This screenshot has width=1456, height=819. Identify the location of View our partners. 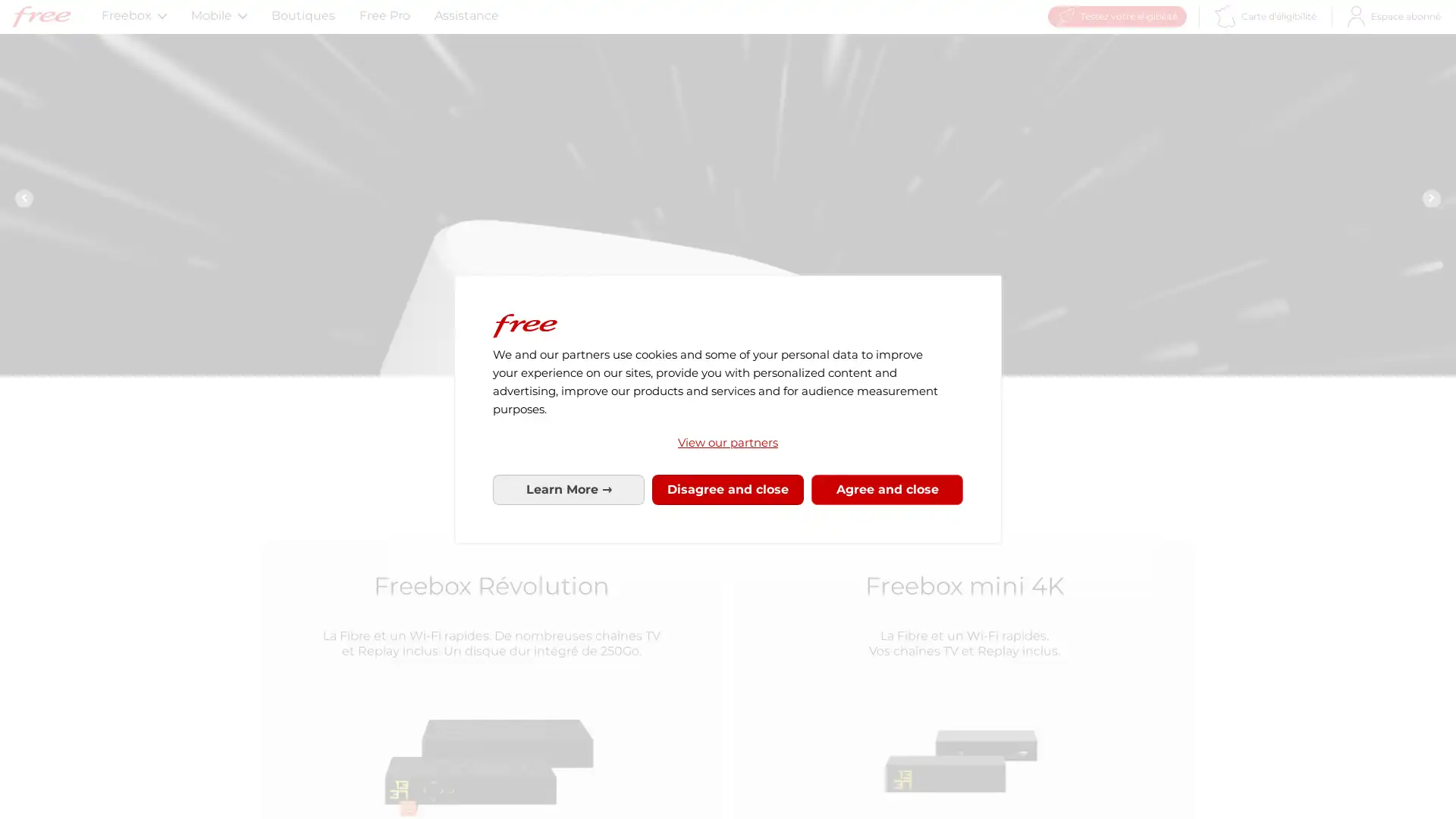
(728, 441).